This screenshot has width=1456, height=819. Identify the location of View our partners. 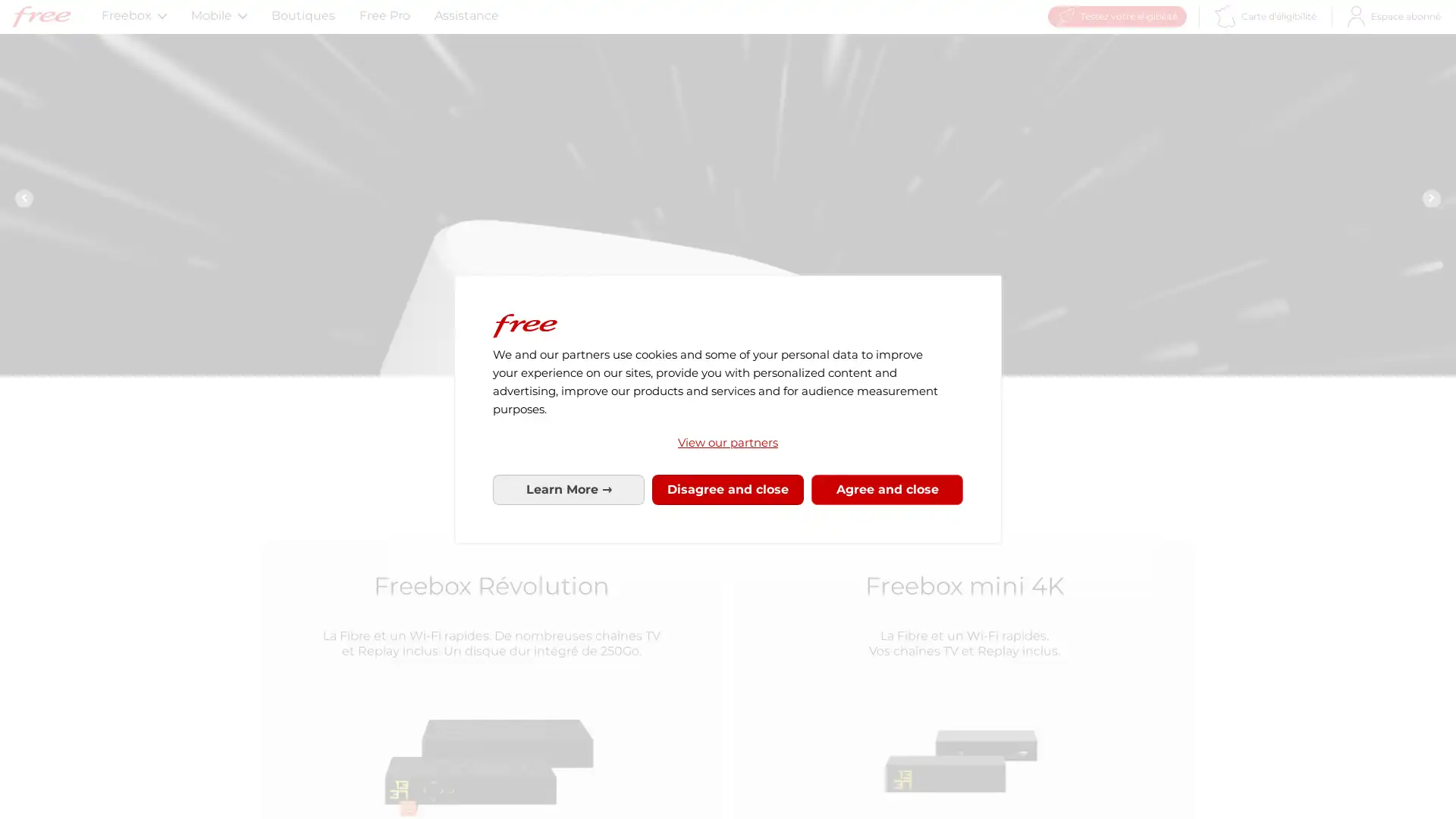
(728, 441).